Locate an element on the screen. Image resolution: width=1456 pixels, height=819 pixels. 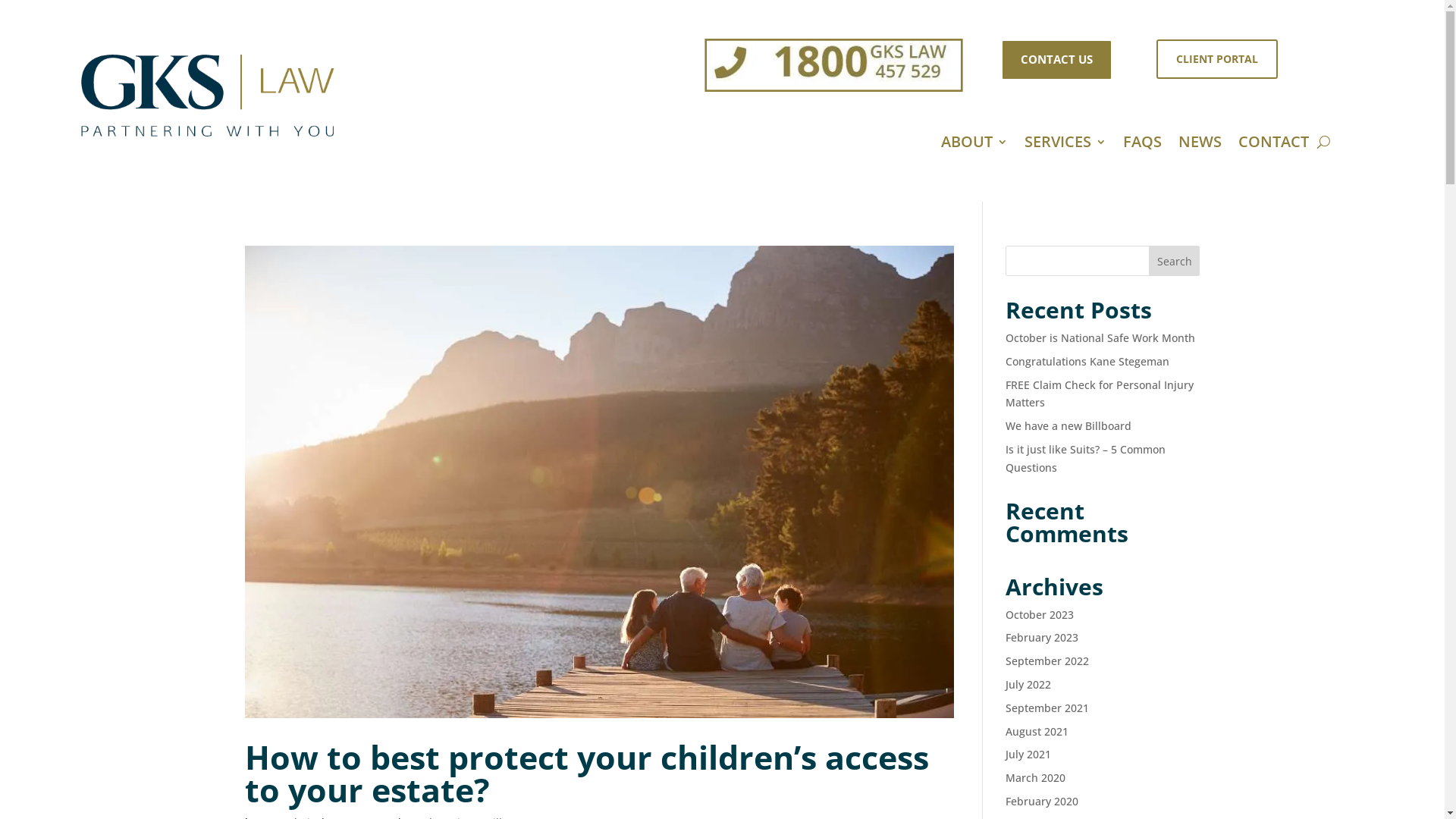
'March 2020' is located at coordinates (1005, 777).